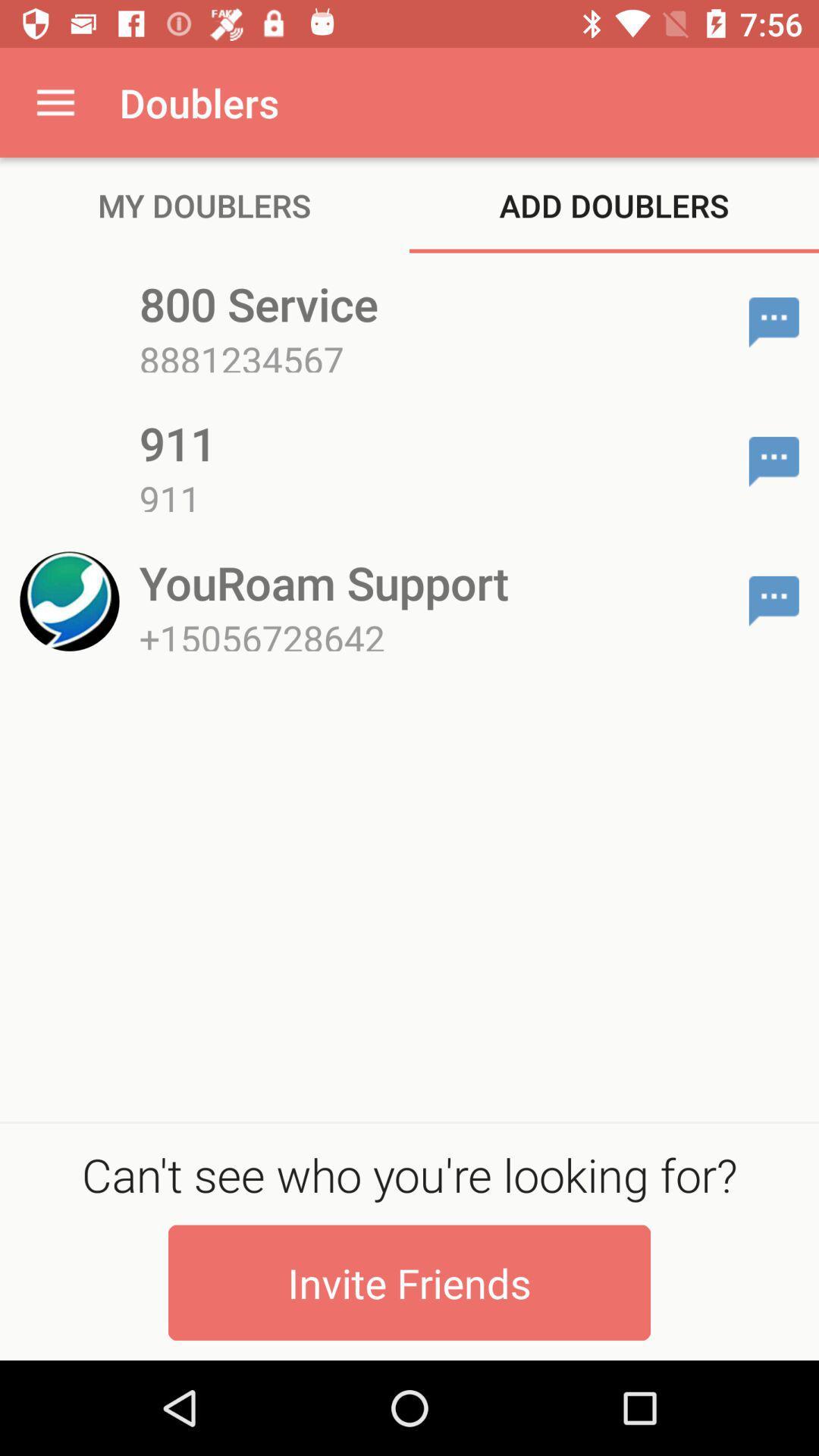 This screenshot has height=1456, width=819. I want to click on the item next to 911 item, so click(773, 461).